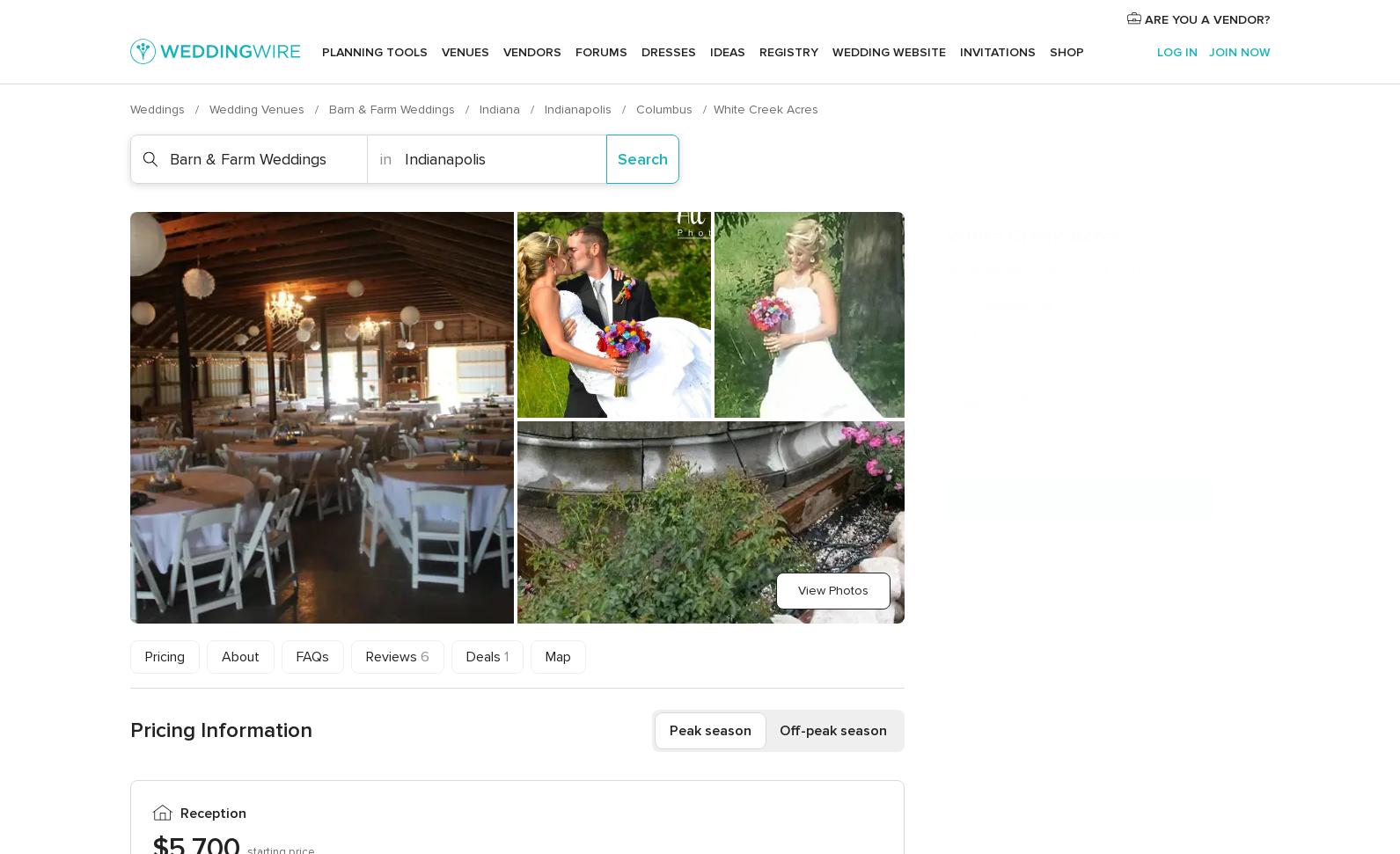 This screenshot has width=1400, height=854. Describe the element at coordinates (502, 51) in the screenshot. I see `'Vendors'` at that location.